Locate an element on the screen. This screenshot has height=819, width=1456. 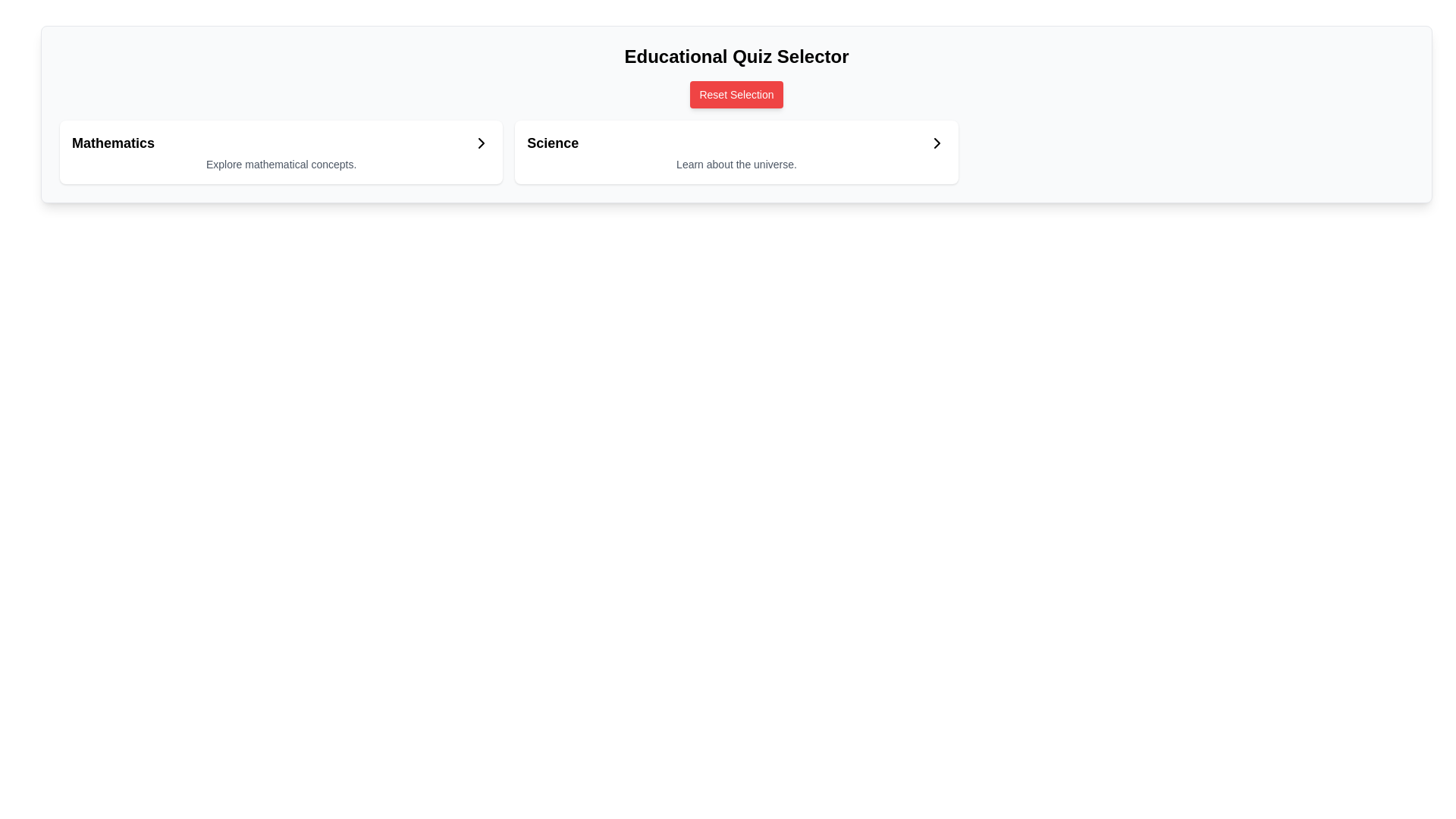
title 'Educational Quiz Selector' displayed prominently at the top of the interface is located at coordinates (736, 55).